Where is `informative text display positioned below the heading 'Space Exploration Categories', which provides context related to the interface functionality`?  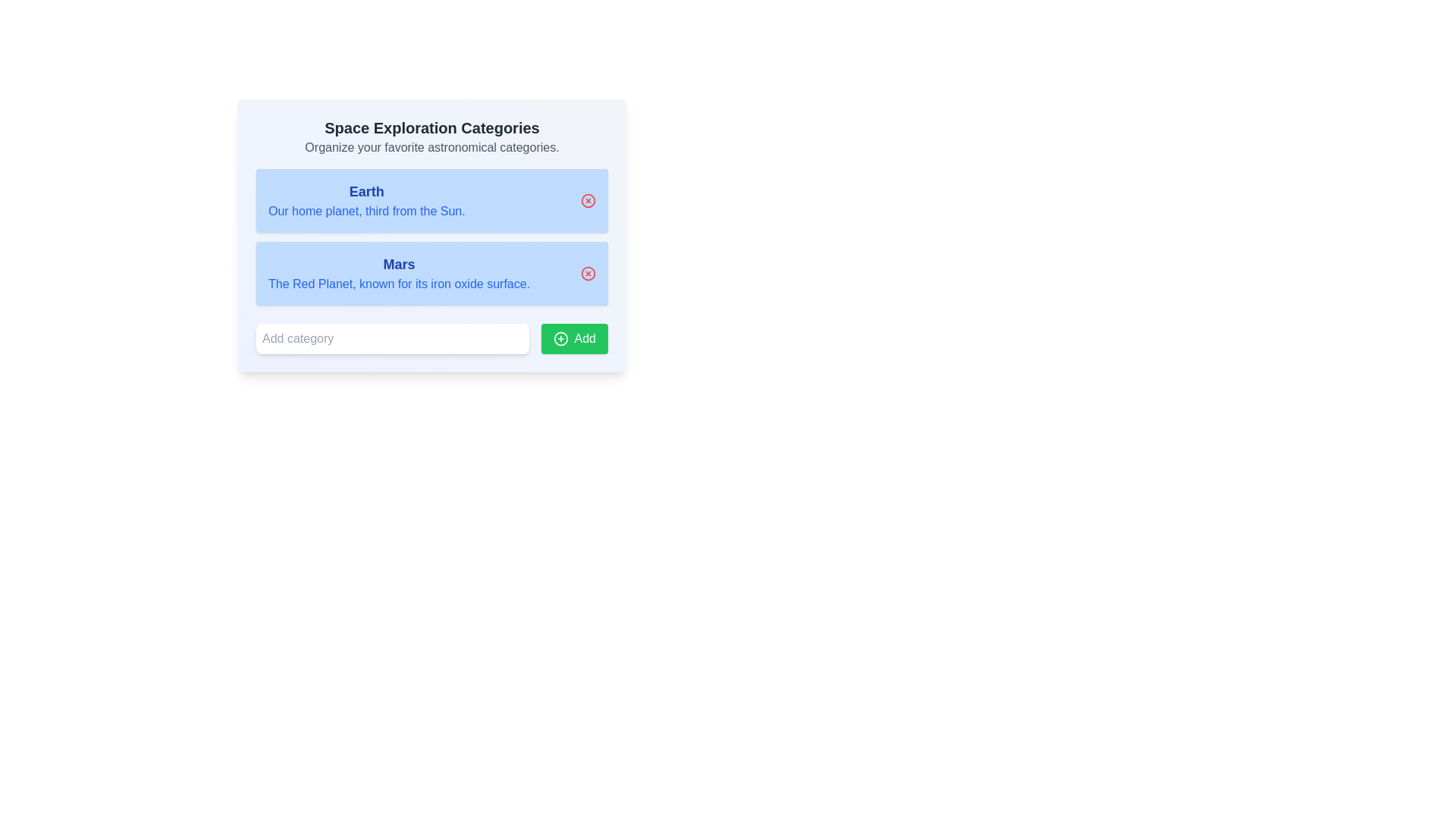 informative text display positioned below the heading 'Space Exploration Categories', which provides context related to the interface functionality is located at coordinates (431, 148).